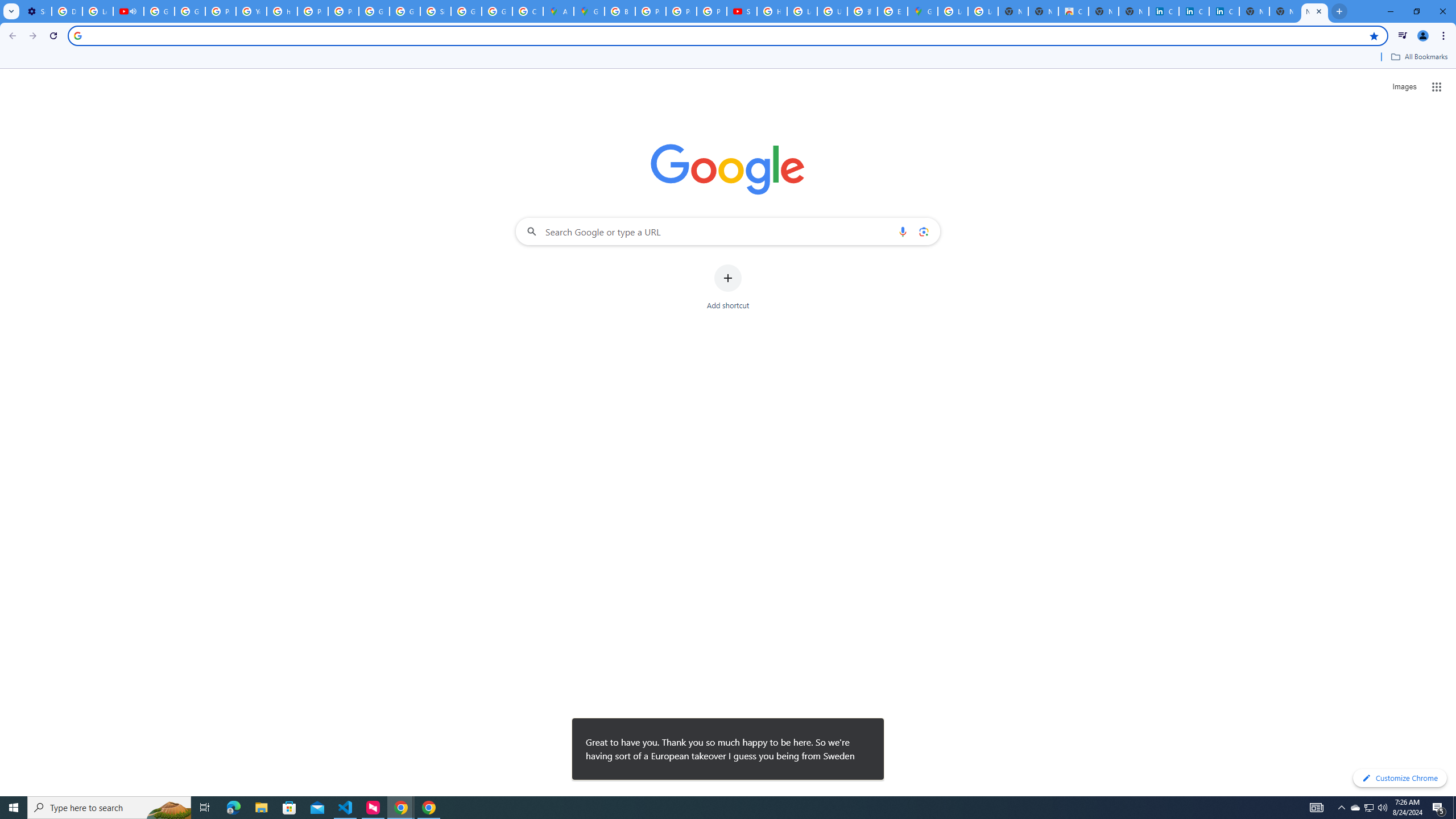 The height and width of the screenshot is (819, 1456). Describe the element at coordinates (589, 11) in the screenshot. I see `'Google Maps'` at that location.